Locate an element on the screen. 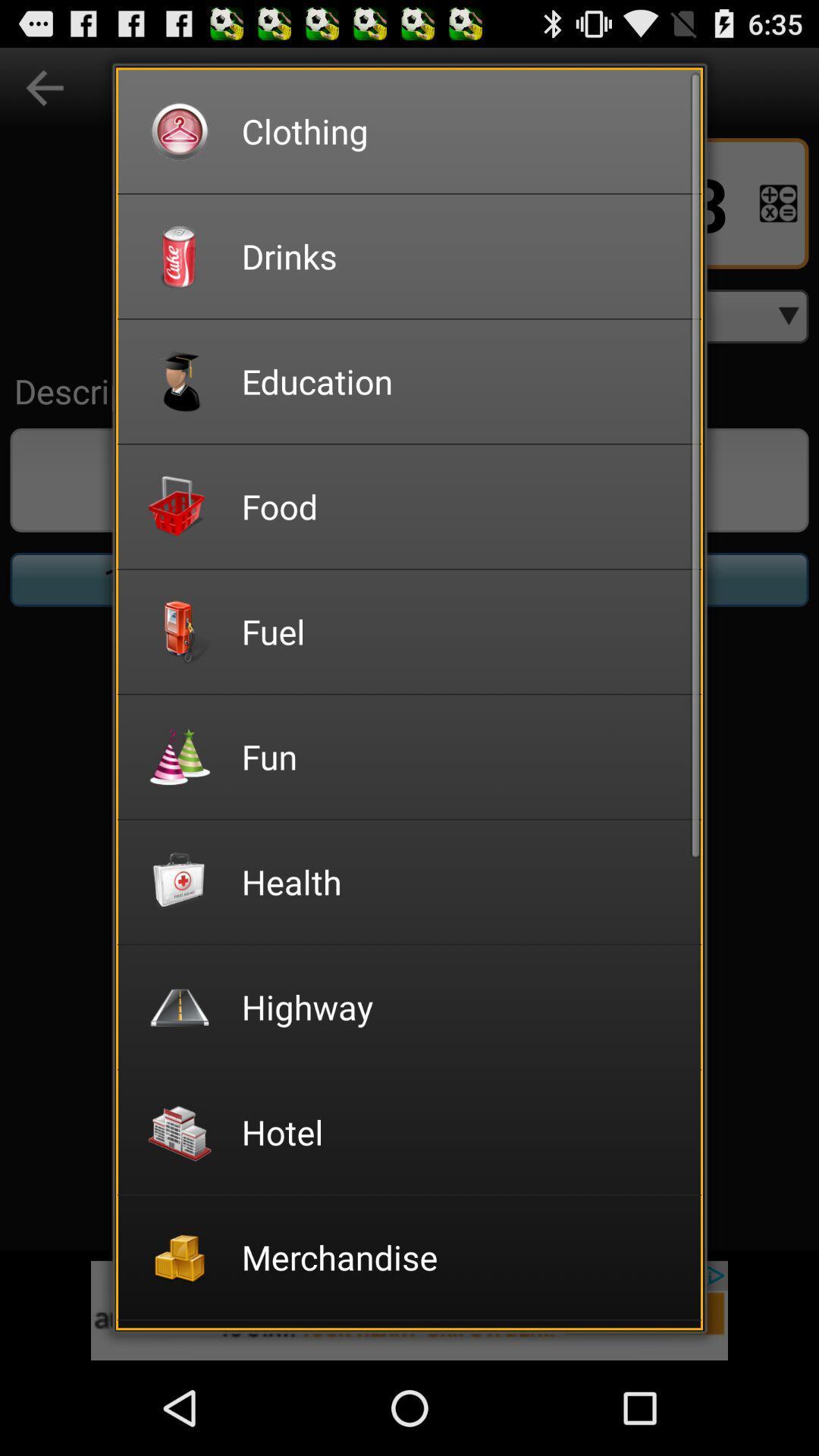 This screenshot has height=1456, width=819. item below the hotel item is located at coordinates (460, 1257).